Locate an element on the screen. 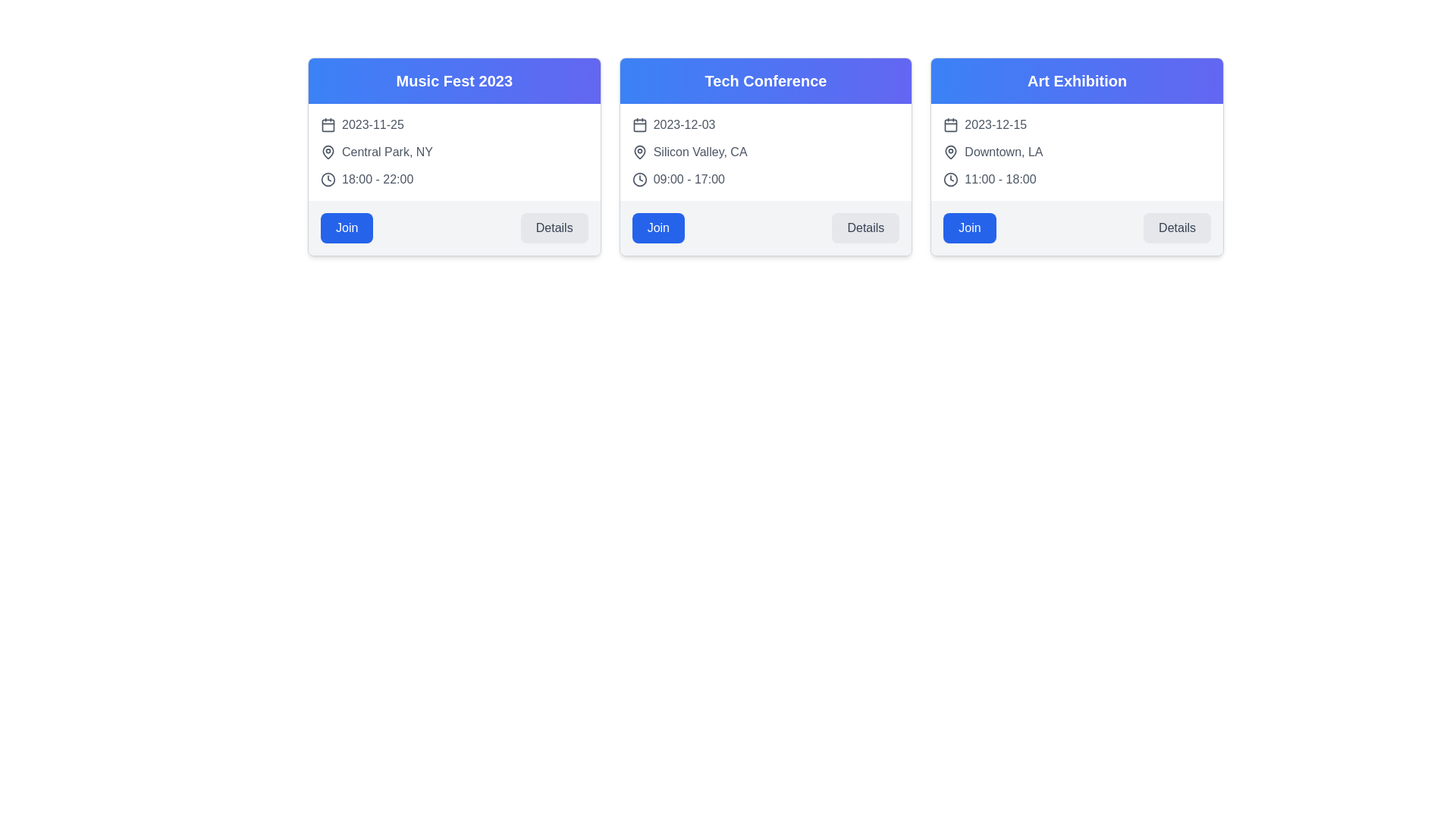 The width and height of the screenshot is (1456, 819). the small, square icon with rounded corners located to the left of the date text '2023-12-15' in the 'Art Exhibition' event card's date display section is located at coordinates (950, 124).